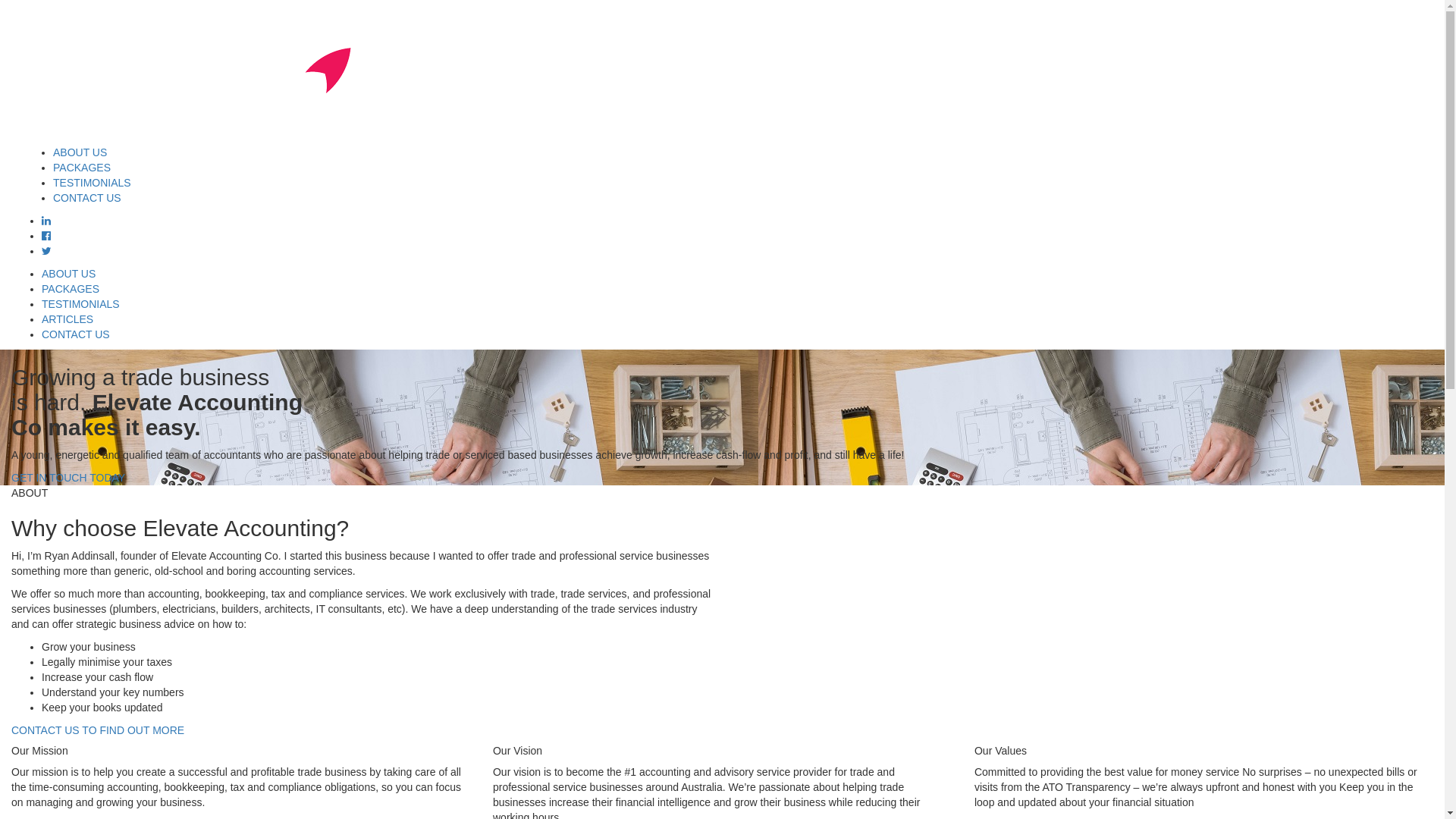 Image resolution: width=1456 pixels, height=819 pixels. What do you see at coordinates (80, 304) in the screenshot?
I see `'TESTIMONIALS'` at bounding box center [80, 304].